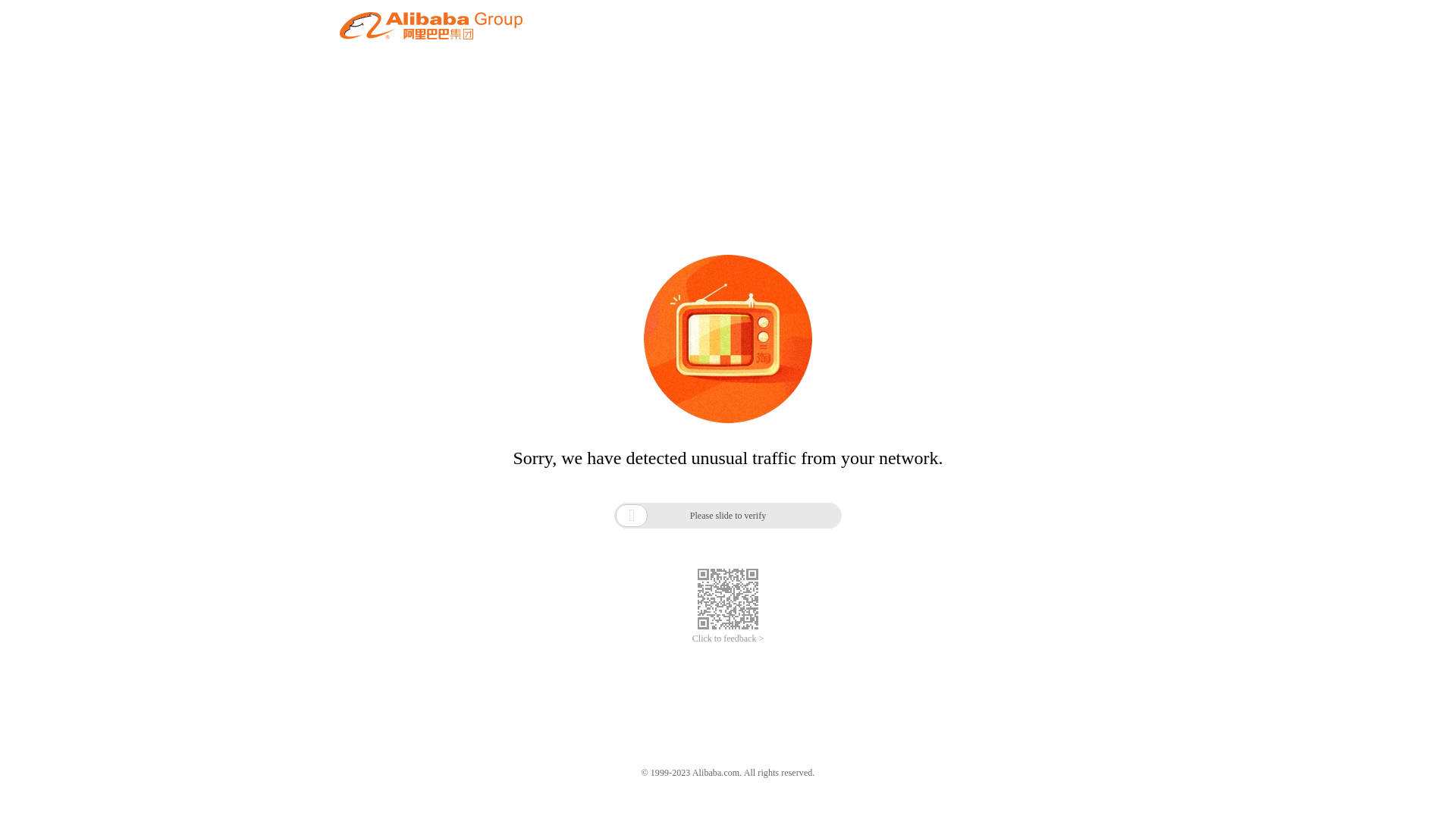 The width and height of the screenshot is (1456, 819). What do you see at coordinates (728, 639) in the screenshot?
I see `'Click to feedback >'` at bounding box center [728, 639].